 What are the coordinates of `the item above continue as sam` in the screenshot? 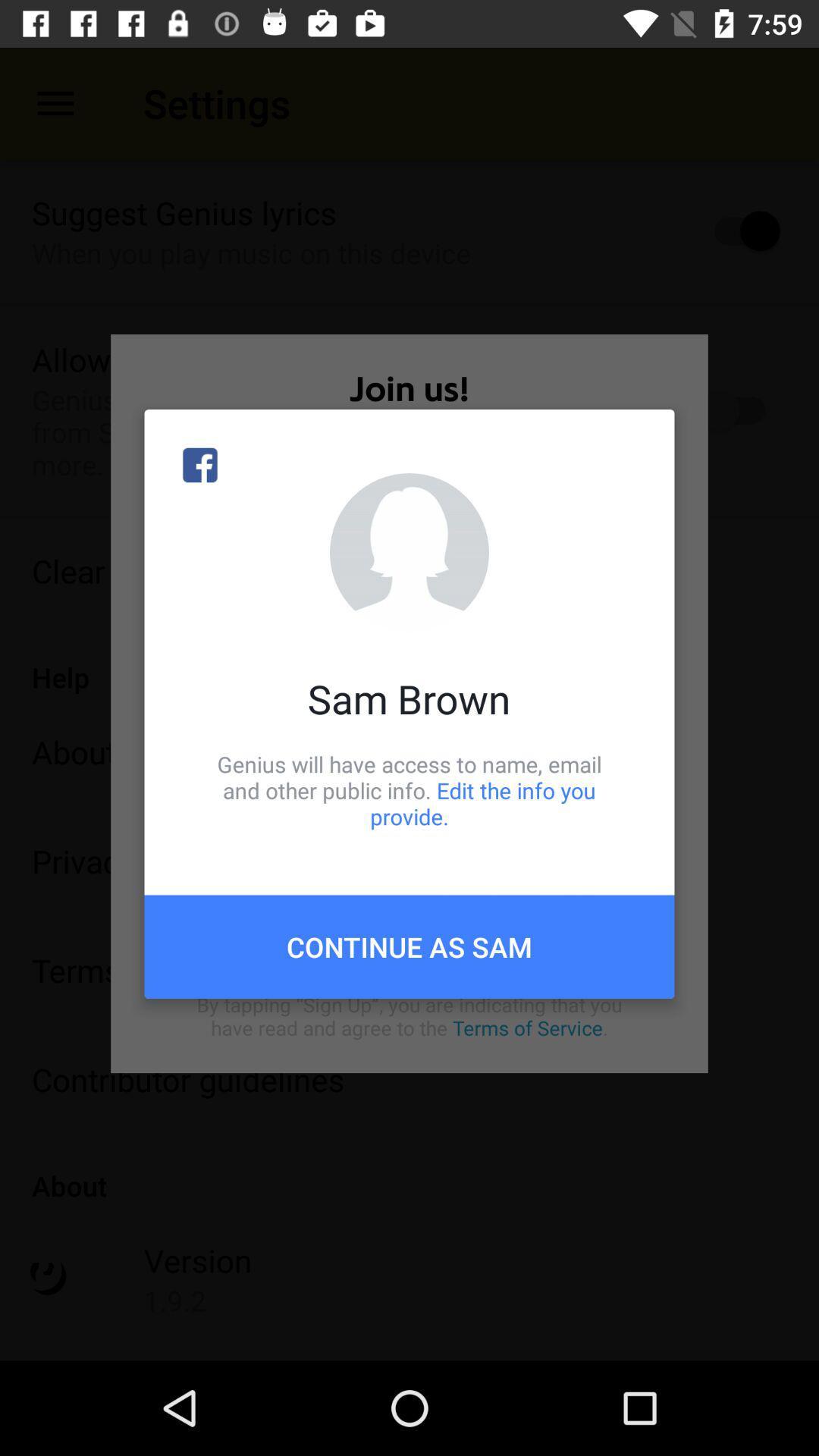 It's located at (409, 789).